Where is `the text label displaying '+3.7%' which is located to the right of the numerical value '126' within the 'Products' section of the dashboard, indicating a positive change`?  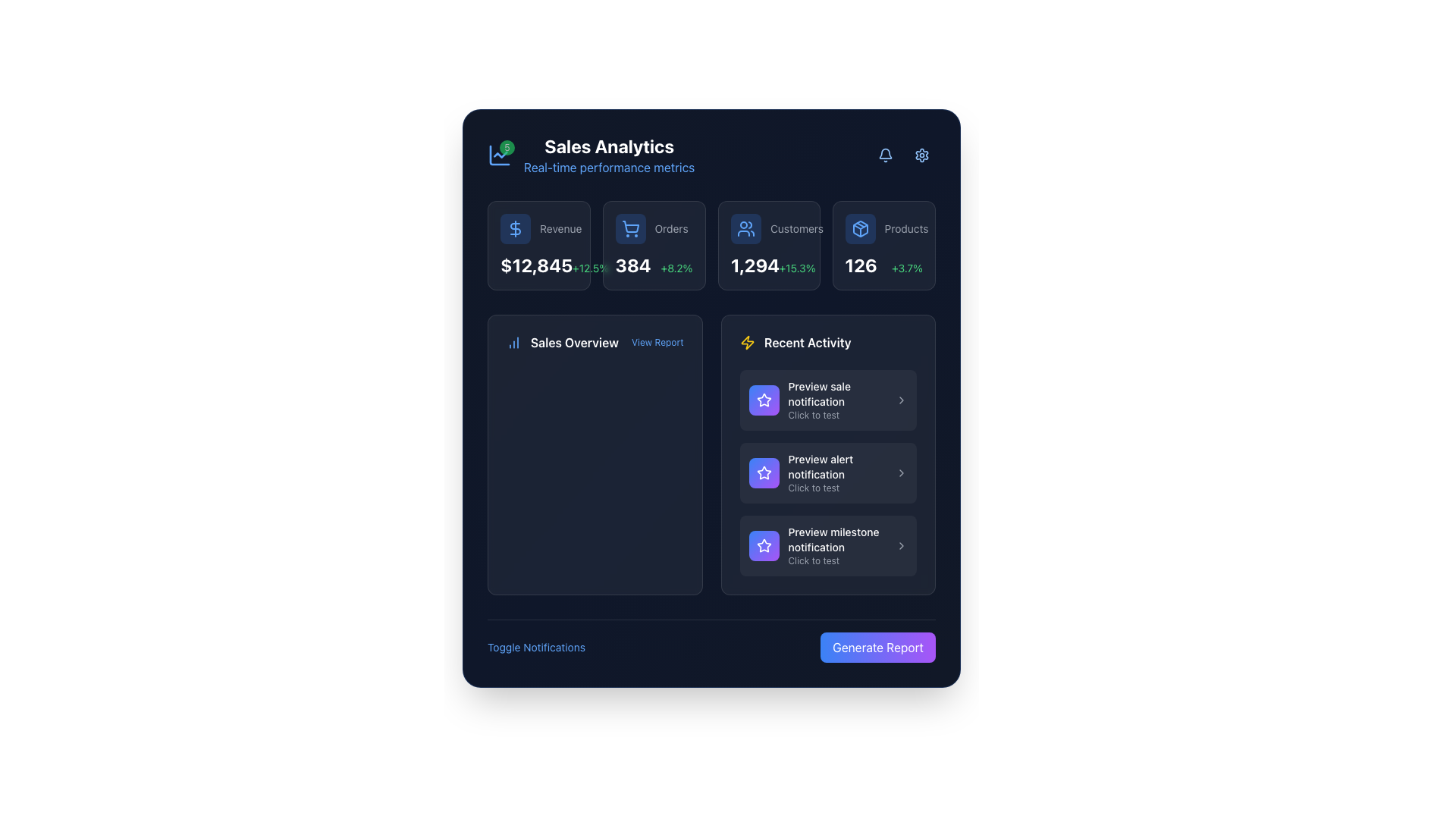 the text label displaying '+3.7%' which is located to the right of the numerical value '126' within the 'Products' section of the dashboard, indicating a positive change is located at coordinates (907, 268).